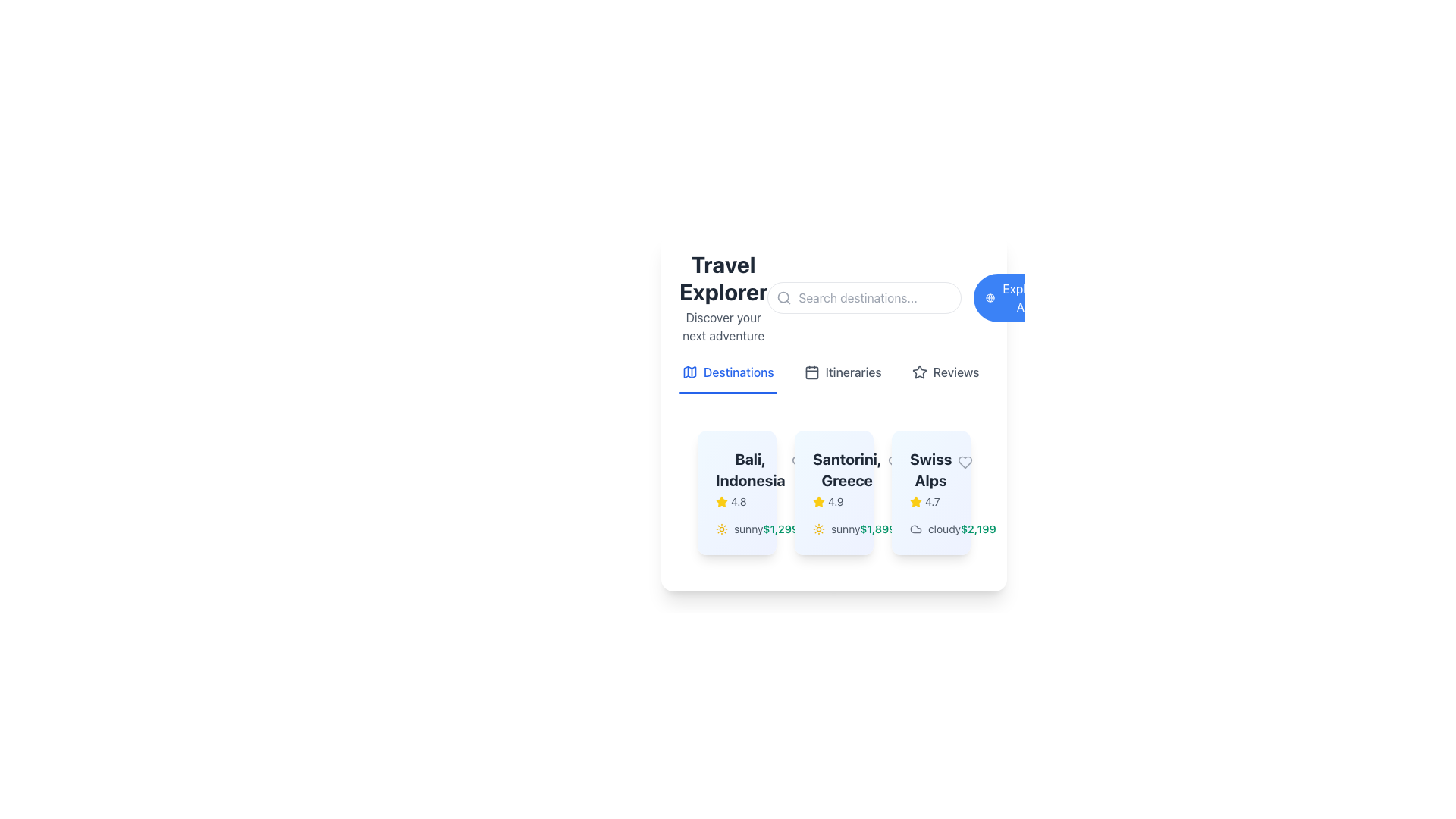 The width and height of the screenshot is (1456, 819). I want to click on text displayed in the text block that shows 'Santorini, Greece' in a bold, large, dark-gray font, positioned centrally within the second card of the destination cards, so click(846, 469).